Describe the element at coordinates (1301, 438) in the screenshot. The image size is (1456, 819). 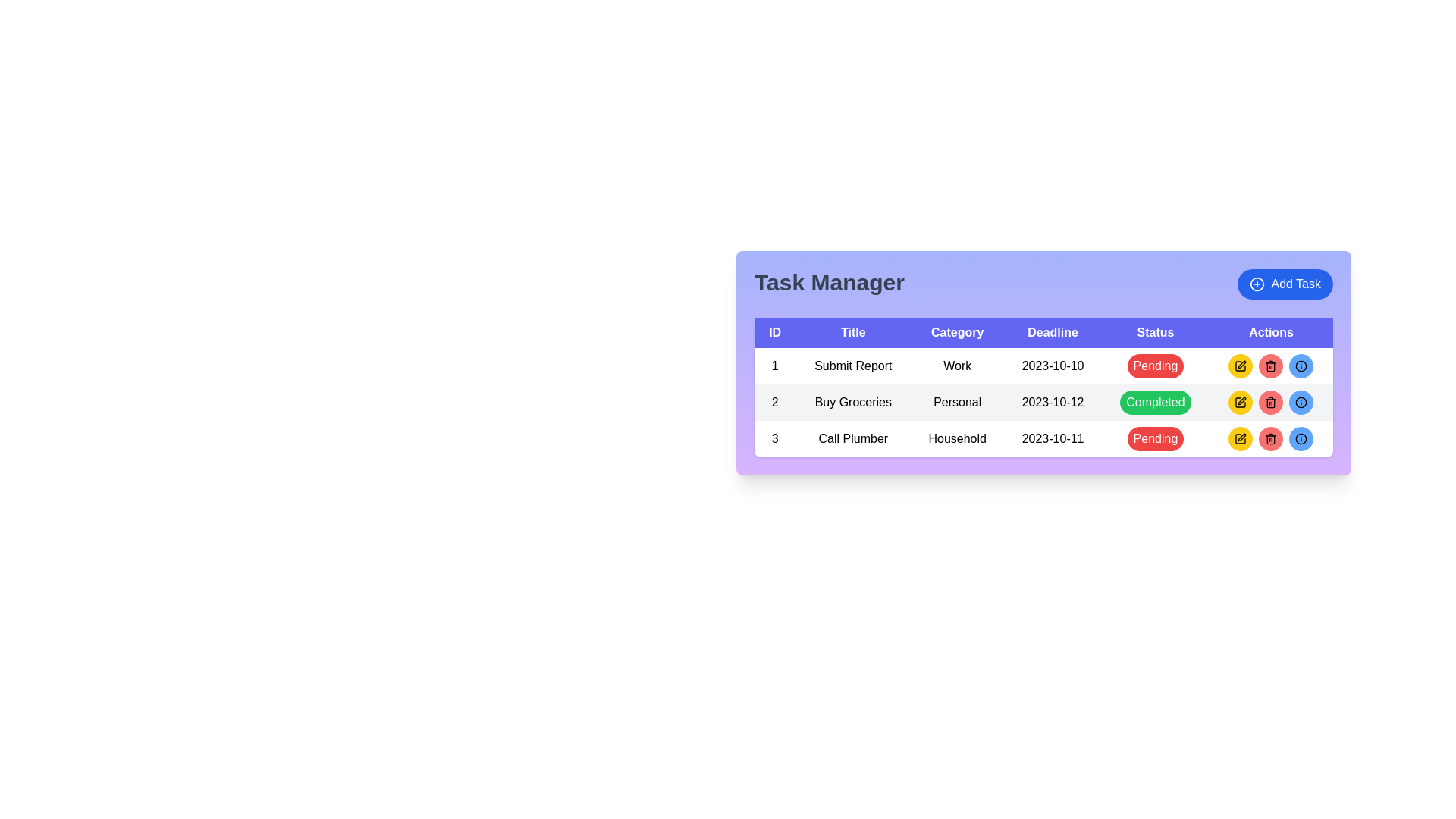
I see `the circular blue button with an information icon located in the 'Actions' column, third row of the table titled 'Call Plumber'` at that location.